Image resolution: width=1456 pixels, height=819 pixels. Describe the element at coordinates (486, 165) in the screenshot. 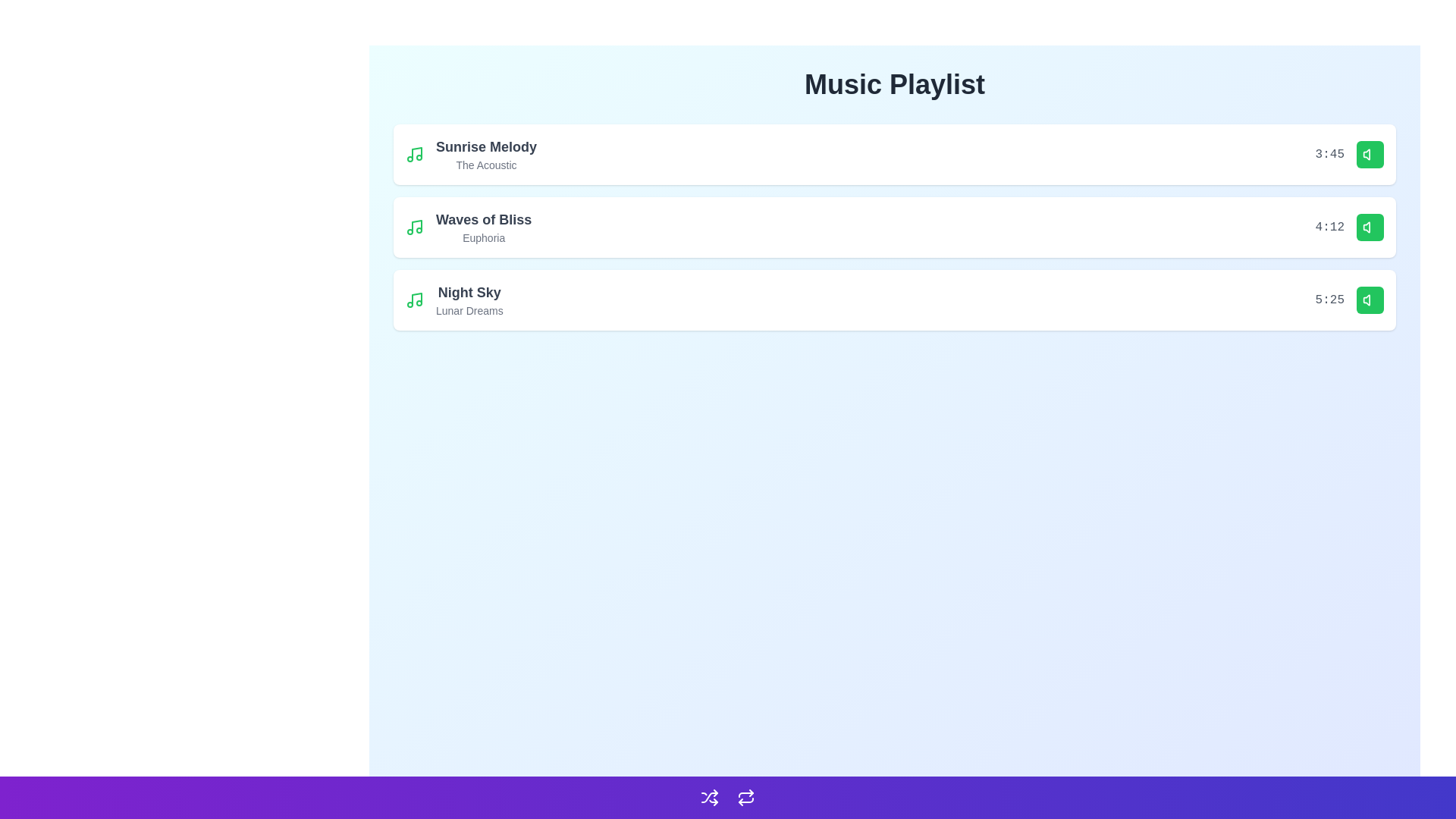

I see `the descriptive subtitle text label located underneath 'Sunrise Melody' within the 'Music Playlist' section` at that location.